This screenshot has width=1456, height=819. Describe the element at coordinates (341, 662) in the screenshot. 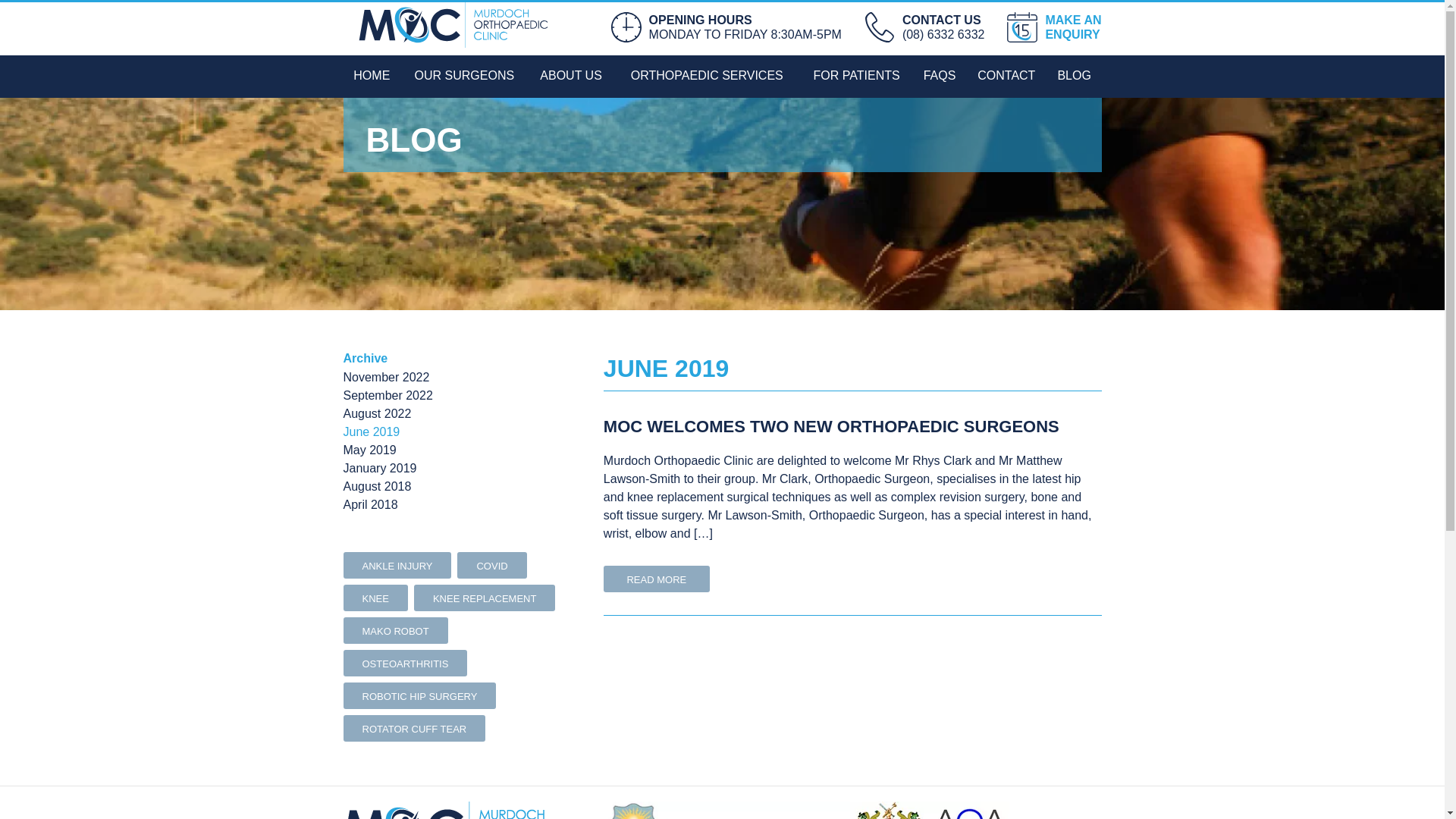

I see `'OSTEOARTHRITIS'` at that location.